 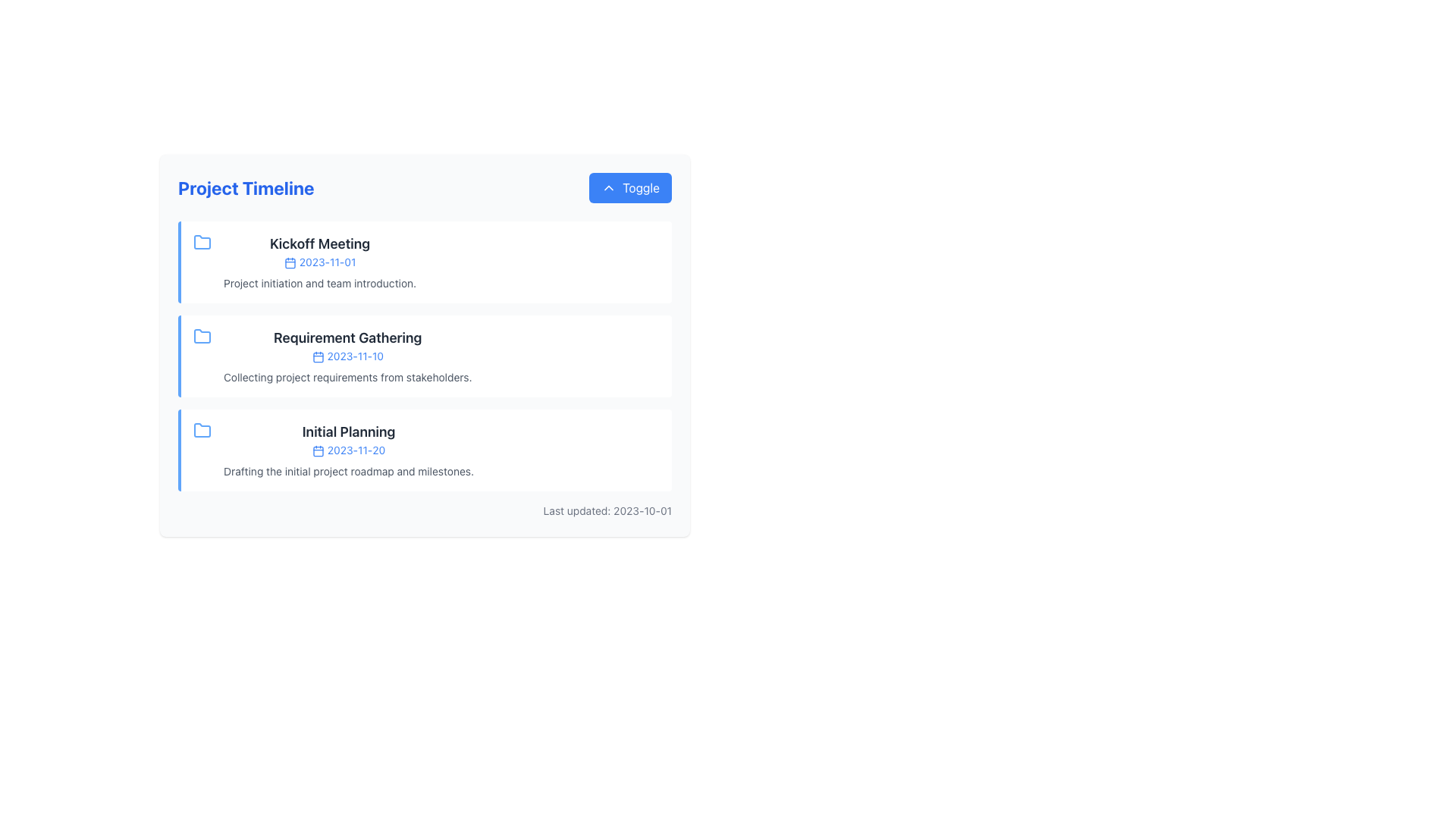 I want to click on the milestone list item representing a task within the project timeline, located between 'Kickoff Meeting' and 'Initial Planning', so click(x=425, y=356).